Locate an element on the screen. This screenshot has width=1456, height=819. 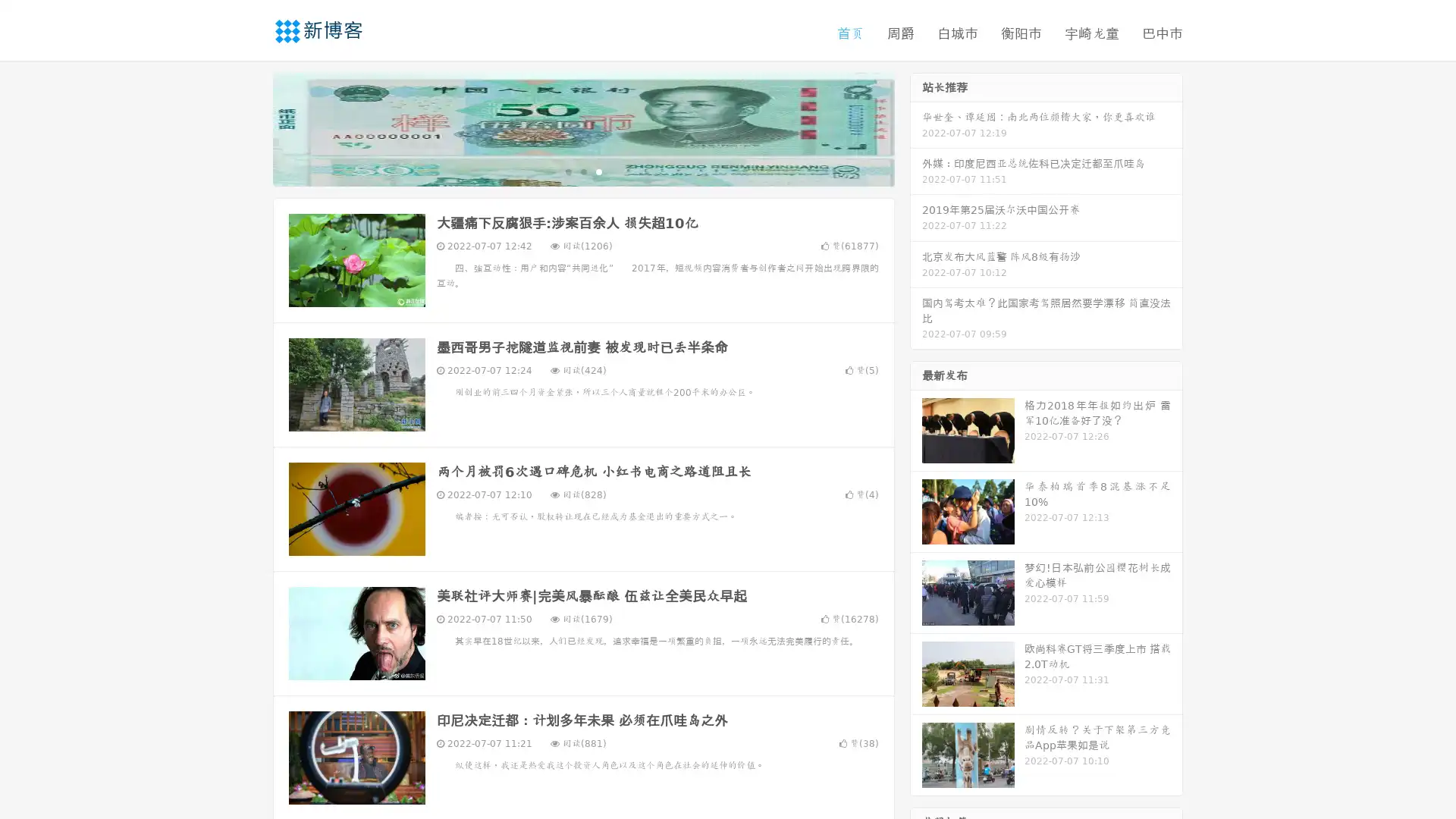
Go to slide 1 is located at coordinates (567, 171).